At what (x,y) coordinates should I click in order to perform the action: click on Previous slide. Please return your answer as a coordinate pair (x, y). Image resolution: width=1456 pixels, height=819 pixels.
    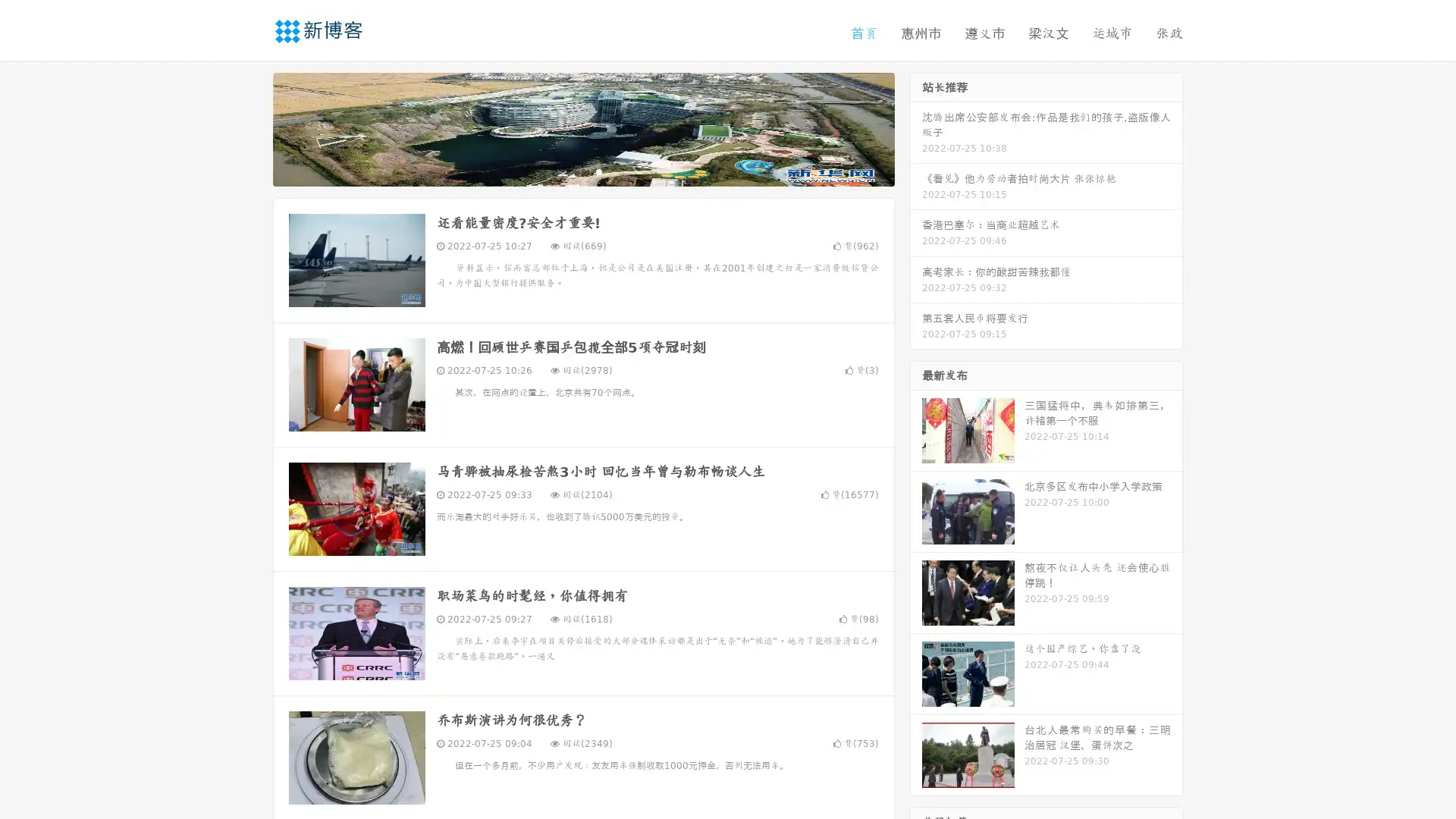
    Looking at the image, I should click on (250, 127).